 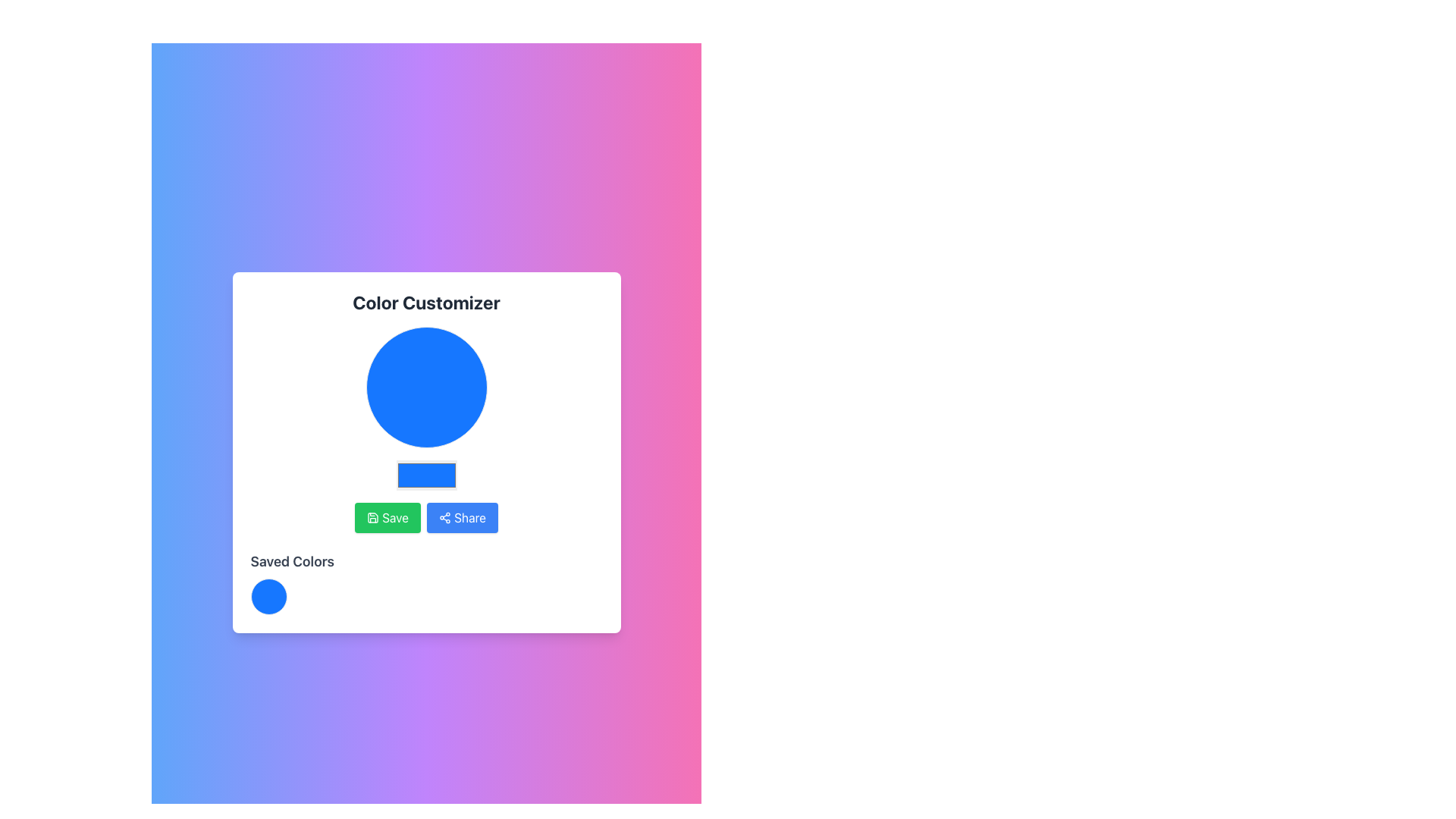 I want to click on the green rectangular 'Save' button with a floppy disk icon, so click(x=388, y=516).